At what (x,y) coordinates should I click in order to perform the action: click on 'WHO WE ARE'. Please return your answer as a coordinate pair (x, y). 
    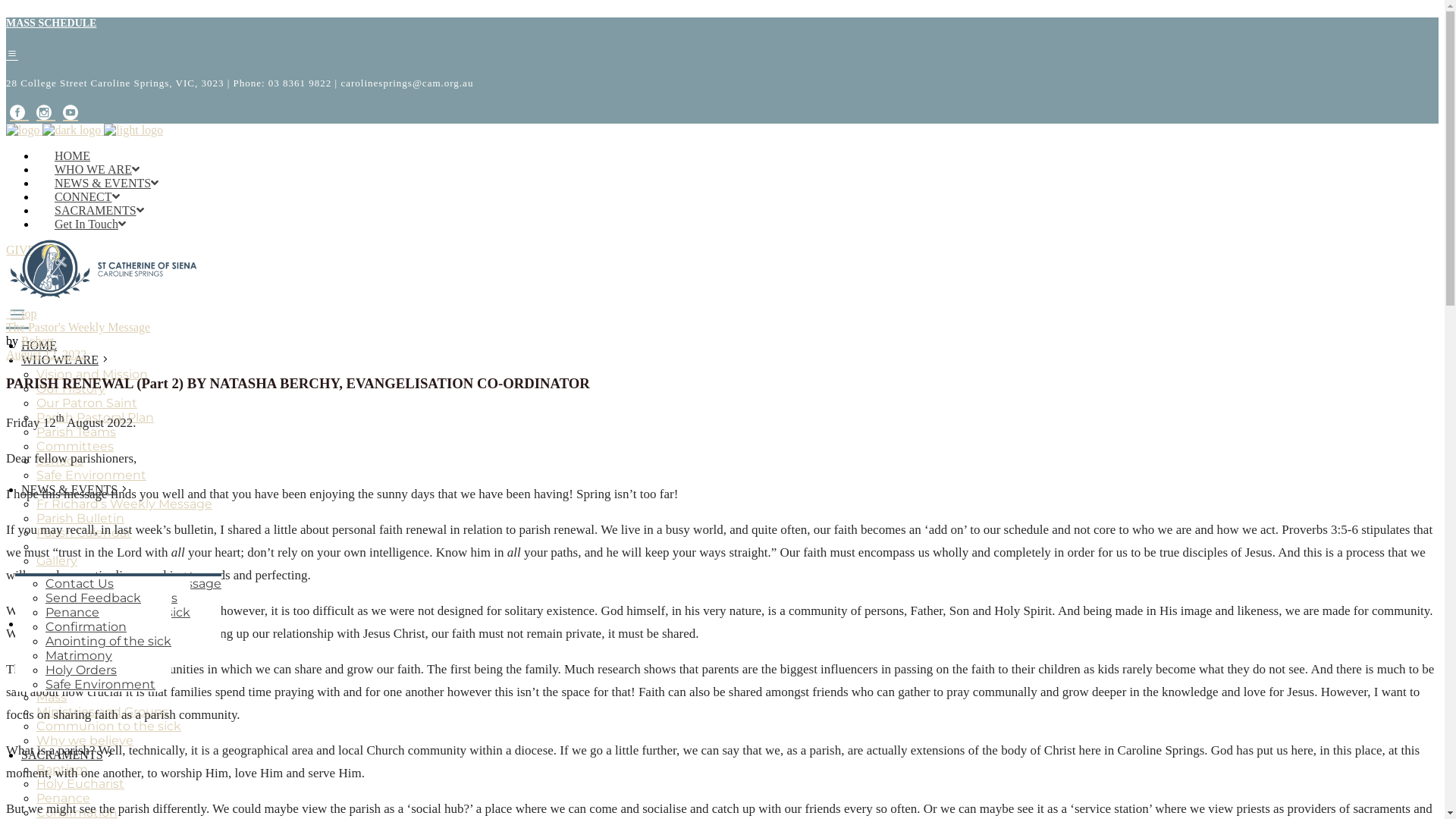
    Looking at the image, I should click on (21, 359).